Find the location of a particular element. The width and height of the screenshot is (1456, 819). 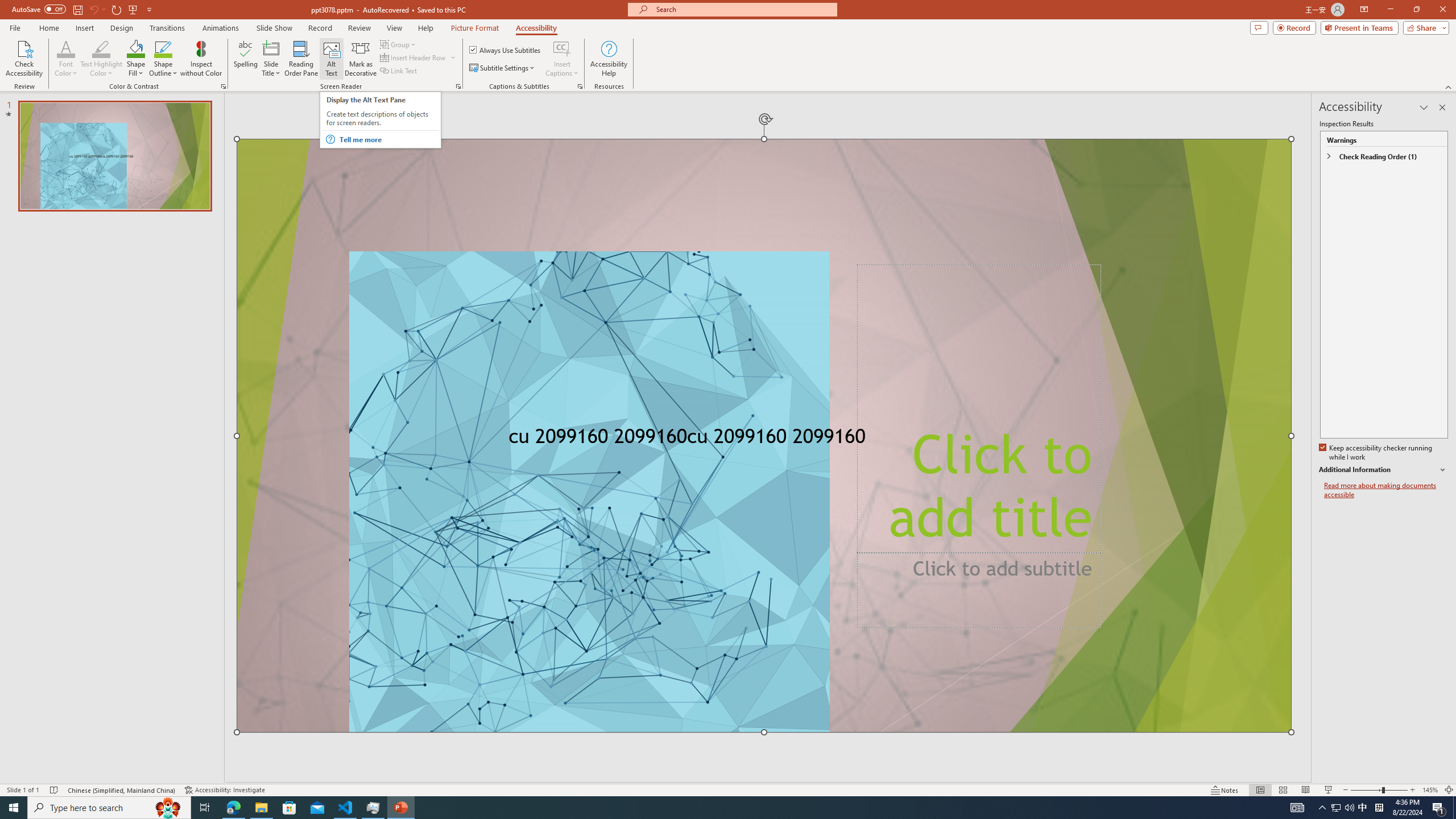

'Zoom 145%' is located at coordinates (1430, 790).